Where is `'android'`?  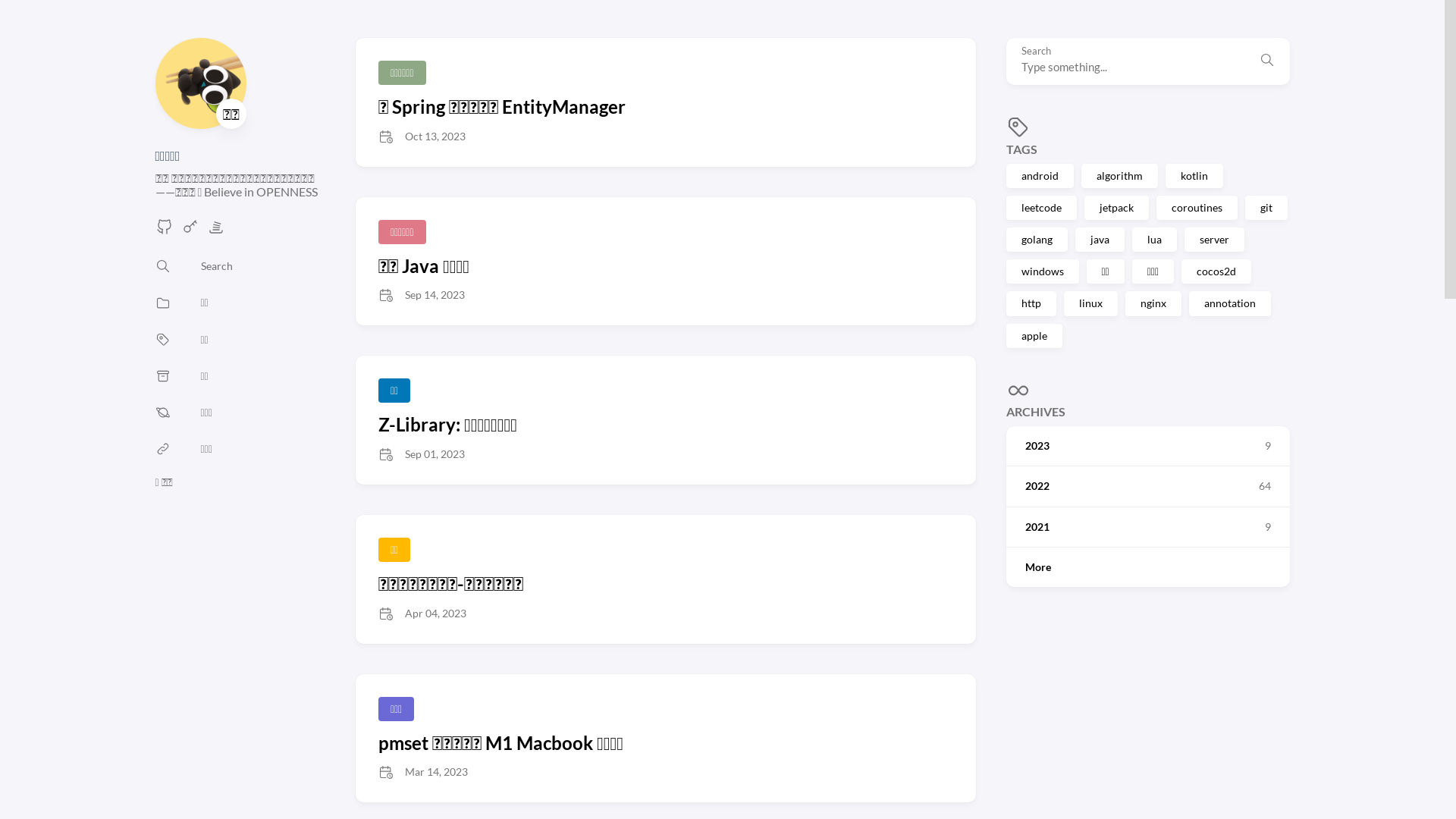 'android' is located at coordinates (1038, 174).